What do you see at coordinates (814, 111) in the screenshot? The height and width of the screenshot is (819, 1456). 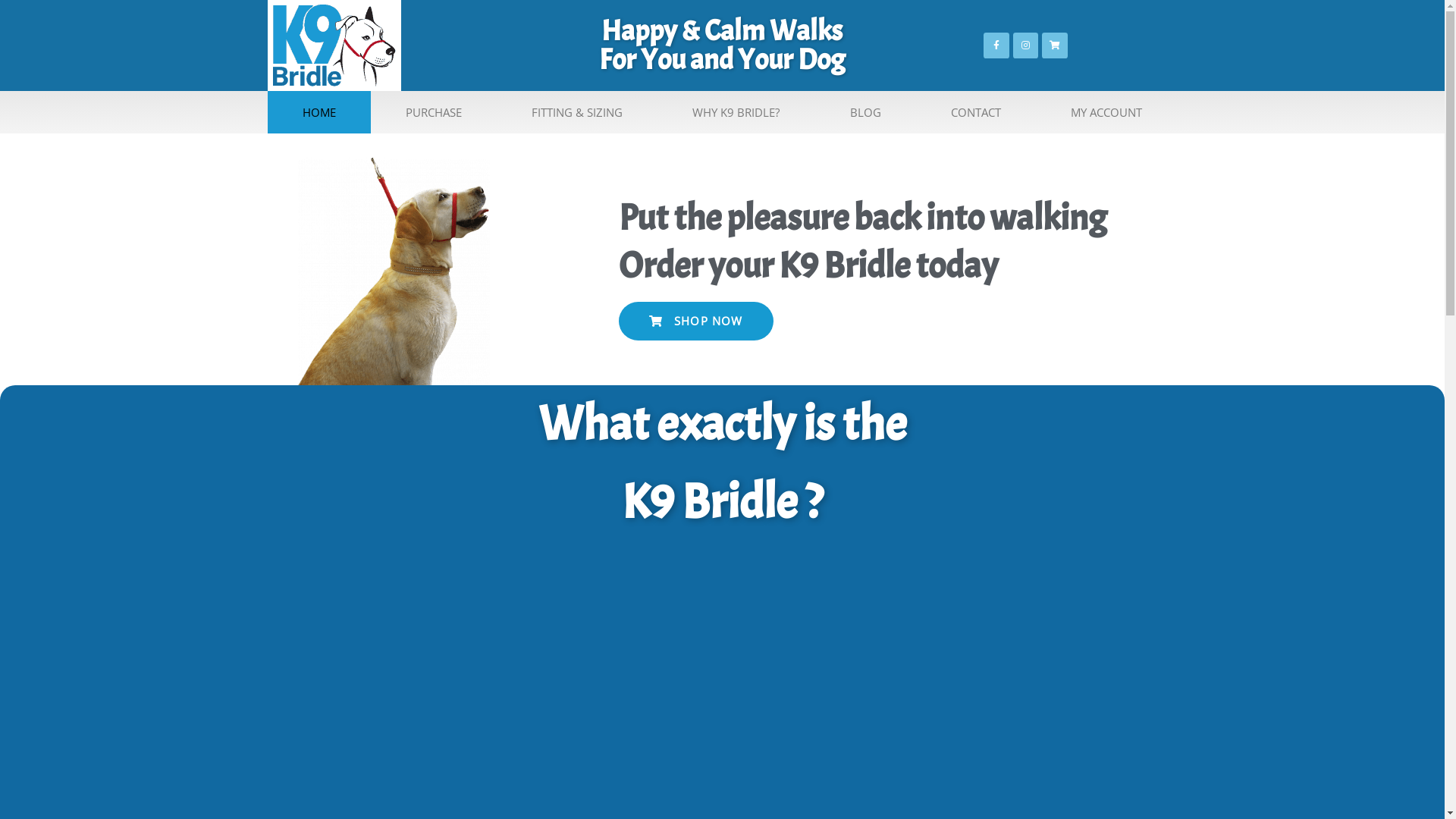 I see `'BLOG'` at bounding box center [814, 111].